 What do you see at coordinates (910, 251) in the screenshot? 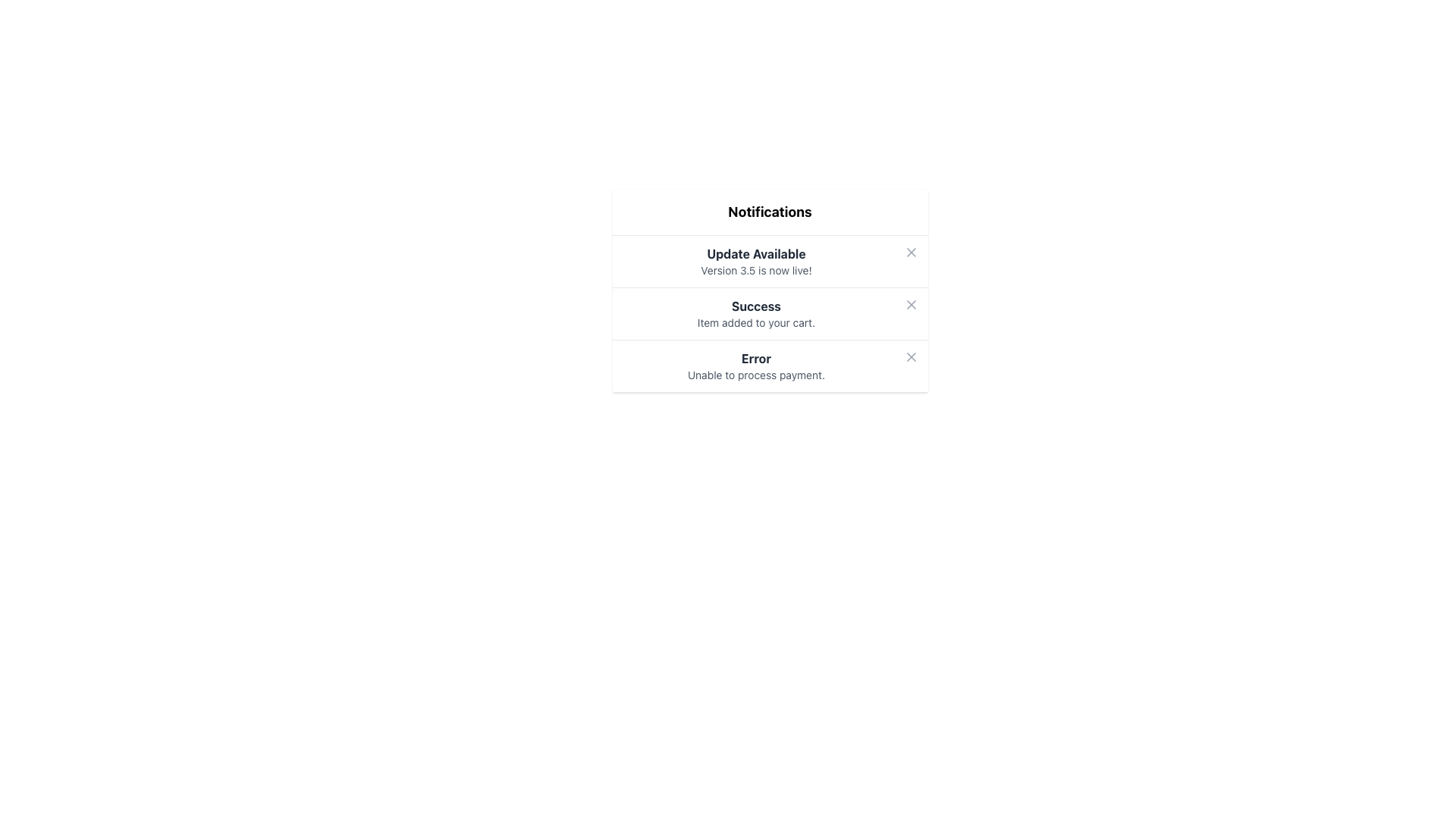
I see `the gray 'X' icon located to the far-right of the 'Update Available' notification` at bounding box center [910, 251].